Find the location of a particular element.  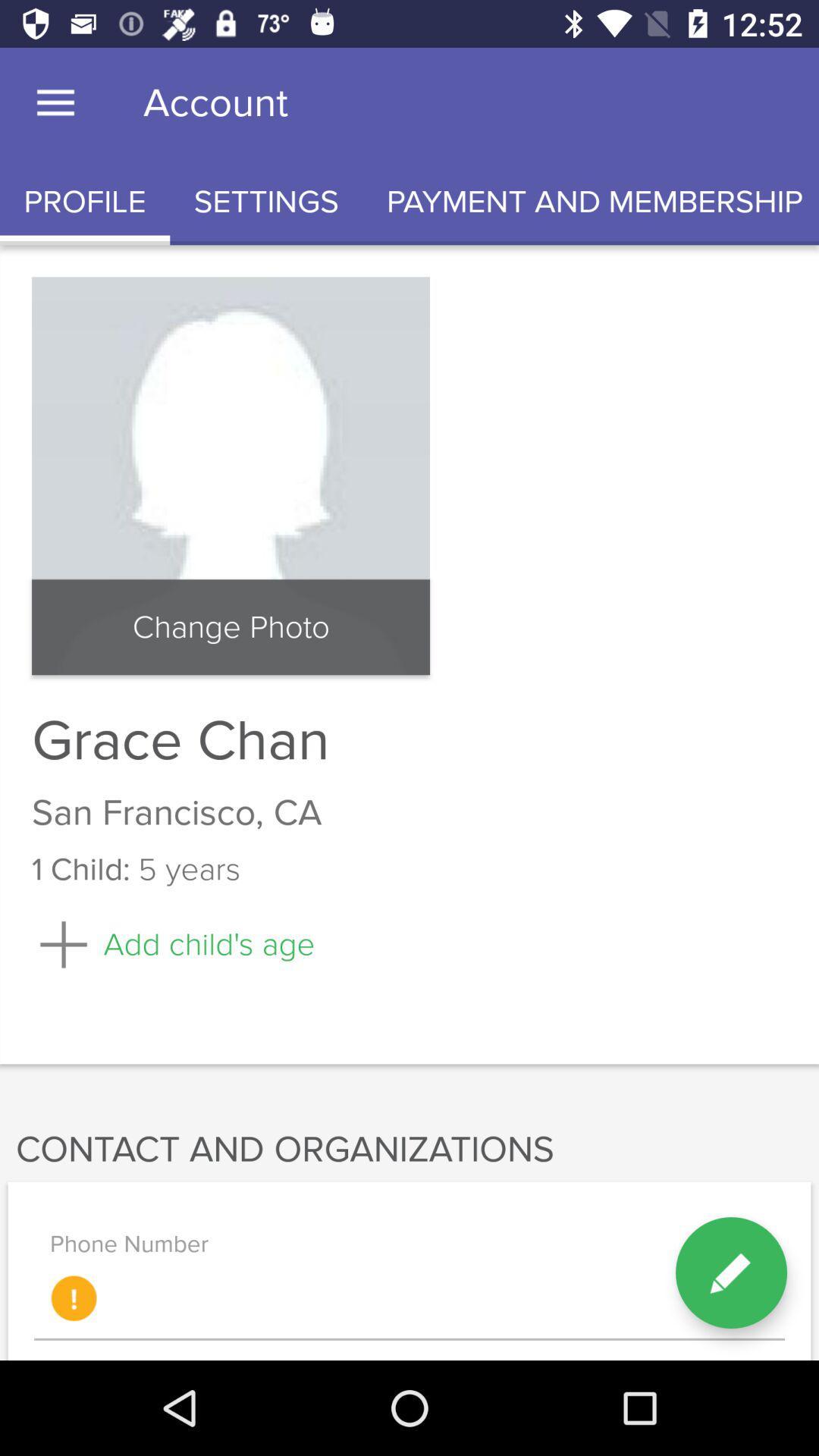

icon below san francisco, ca icon is located at coordinates (730, 1272).